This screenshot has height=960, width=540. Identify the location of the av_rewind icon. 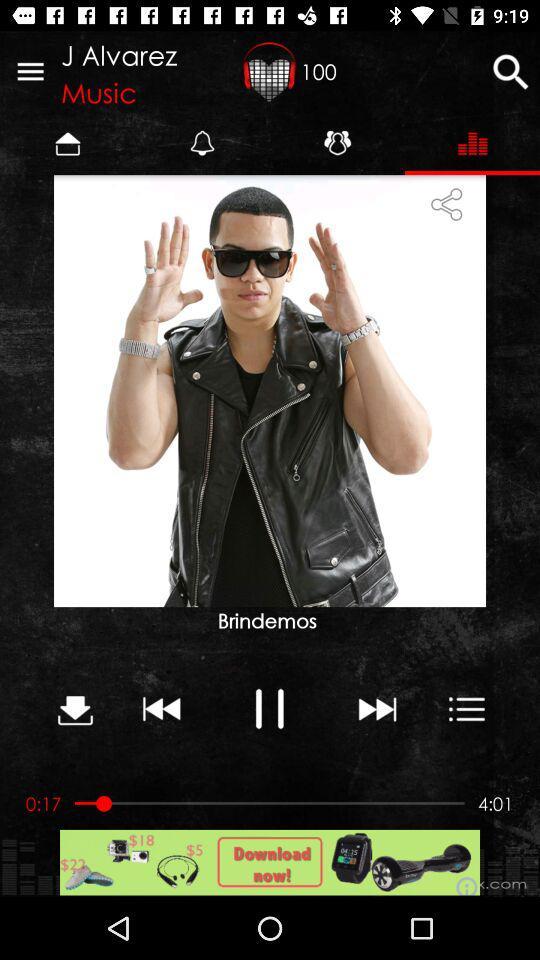
(161, 708).